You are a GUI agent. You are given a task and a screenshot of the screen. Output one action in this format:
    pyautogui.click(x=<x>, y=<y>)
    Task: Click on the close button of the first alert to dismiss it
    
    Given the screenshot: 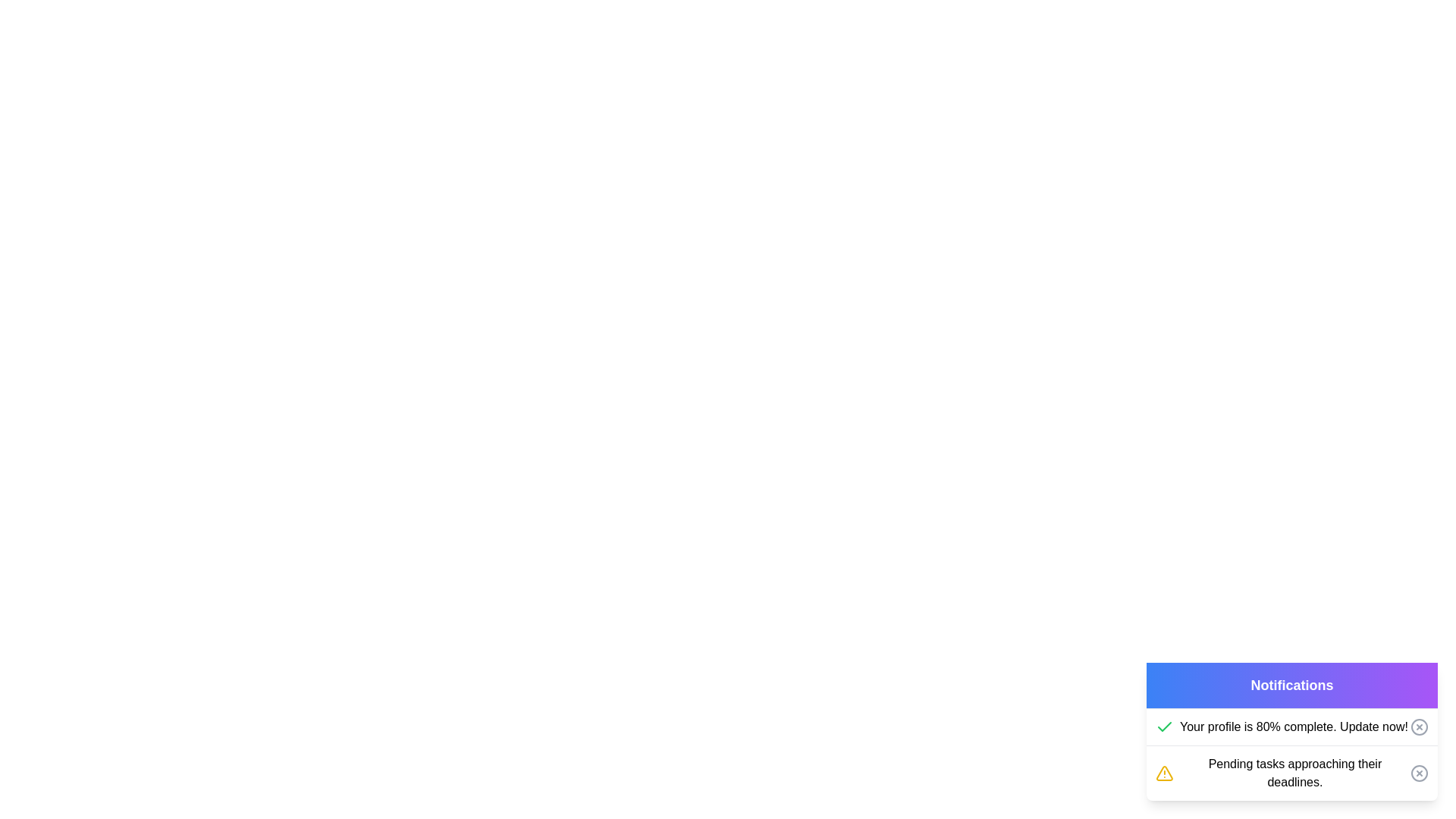 What is the action you would take?
    pyautogui.click(x=1419, y=726)
    